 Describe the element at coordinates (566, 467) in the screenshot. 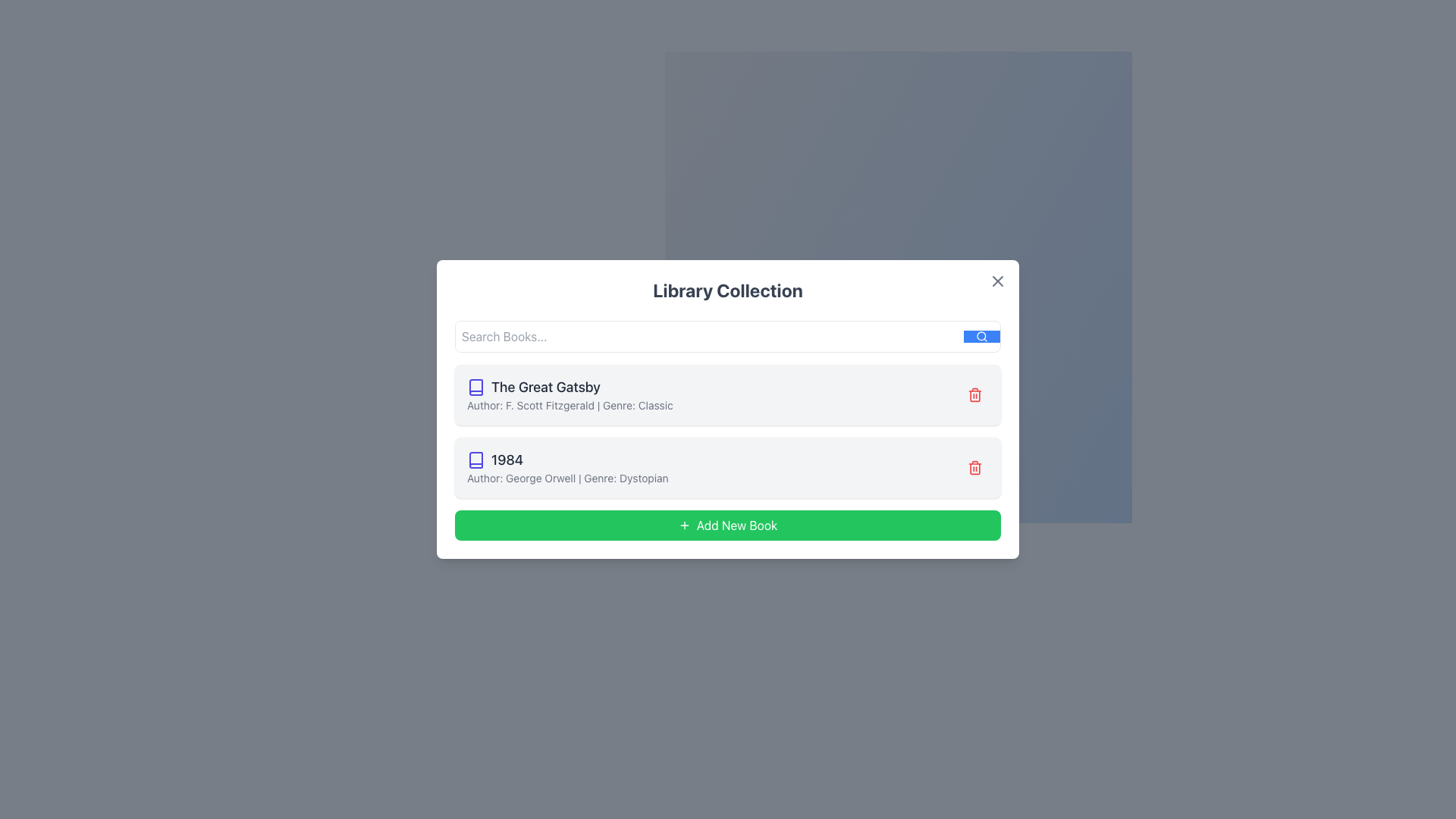

I see `the book icon of the list item titled '1984', which includes a bold title and author details, located between 'The Great Gatsby' and the '+ Add New Book' button` at that location.